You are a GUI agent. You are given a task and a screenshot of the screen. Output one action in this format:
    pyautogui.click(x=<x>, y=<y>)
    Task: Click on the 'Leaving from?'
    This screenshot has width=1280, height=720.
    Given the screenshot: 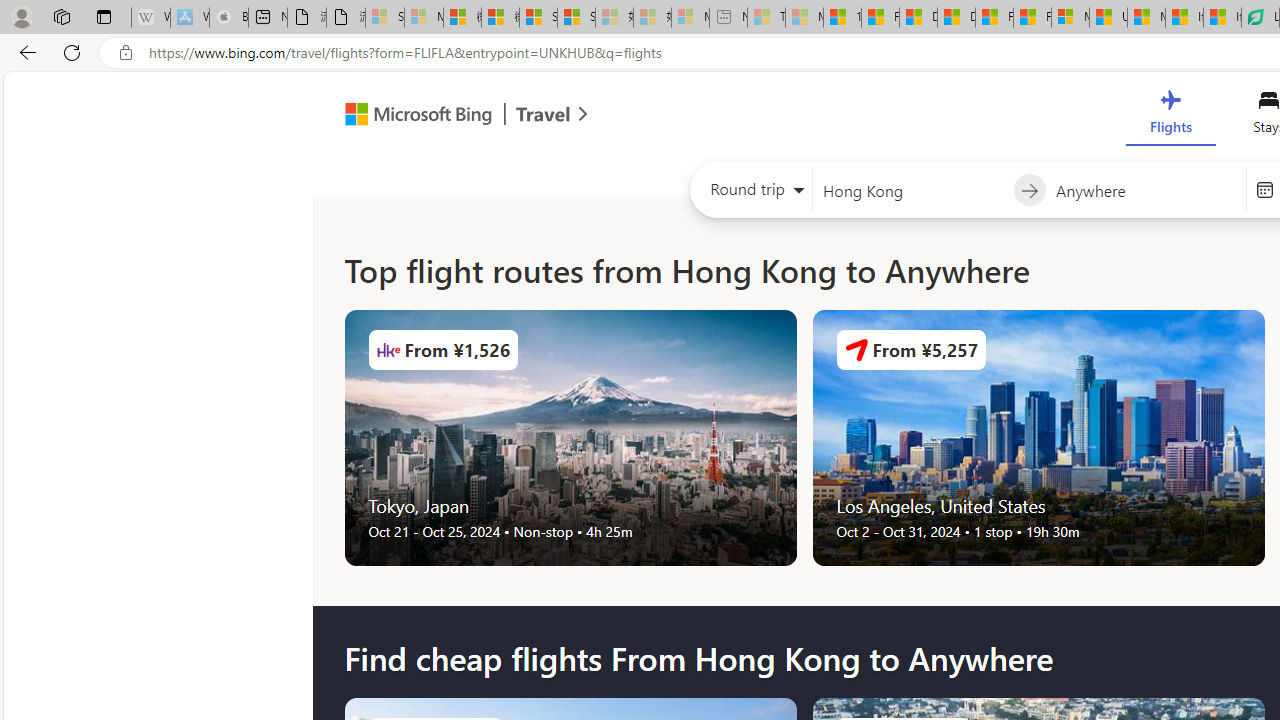 What is the action you would take?
    pyautogui.click(x=911, y=190)
    